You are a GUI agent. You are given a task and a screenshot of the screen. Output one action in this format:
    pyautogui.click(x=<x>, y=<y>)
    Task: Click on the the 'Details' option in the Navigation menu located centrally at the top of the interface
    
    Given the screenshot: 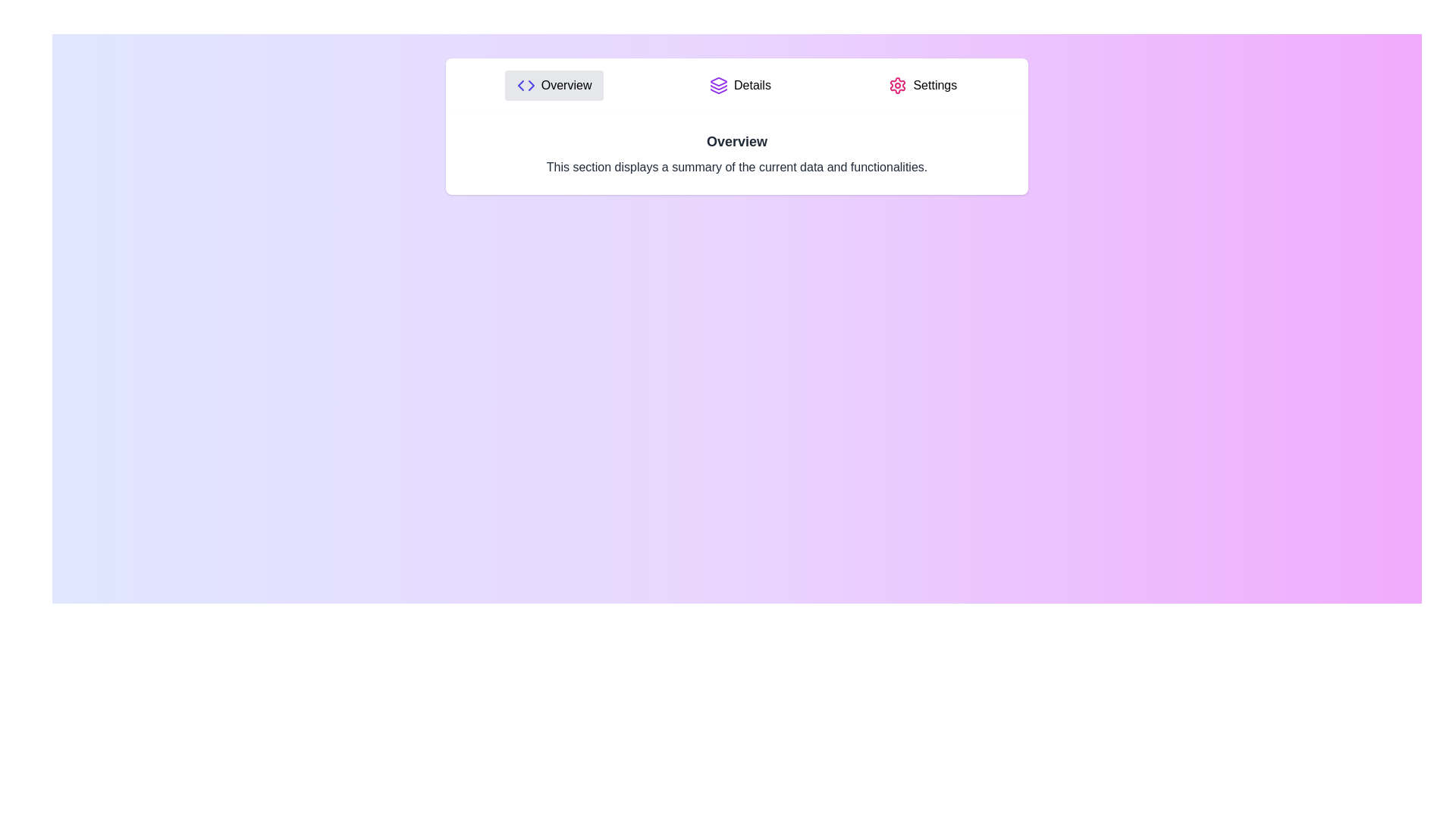 What is the action you would take?
    pyautogui.click(x=736, y=85)
    